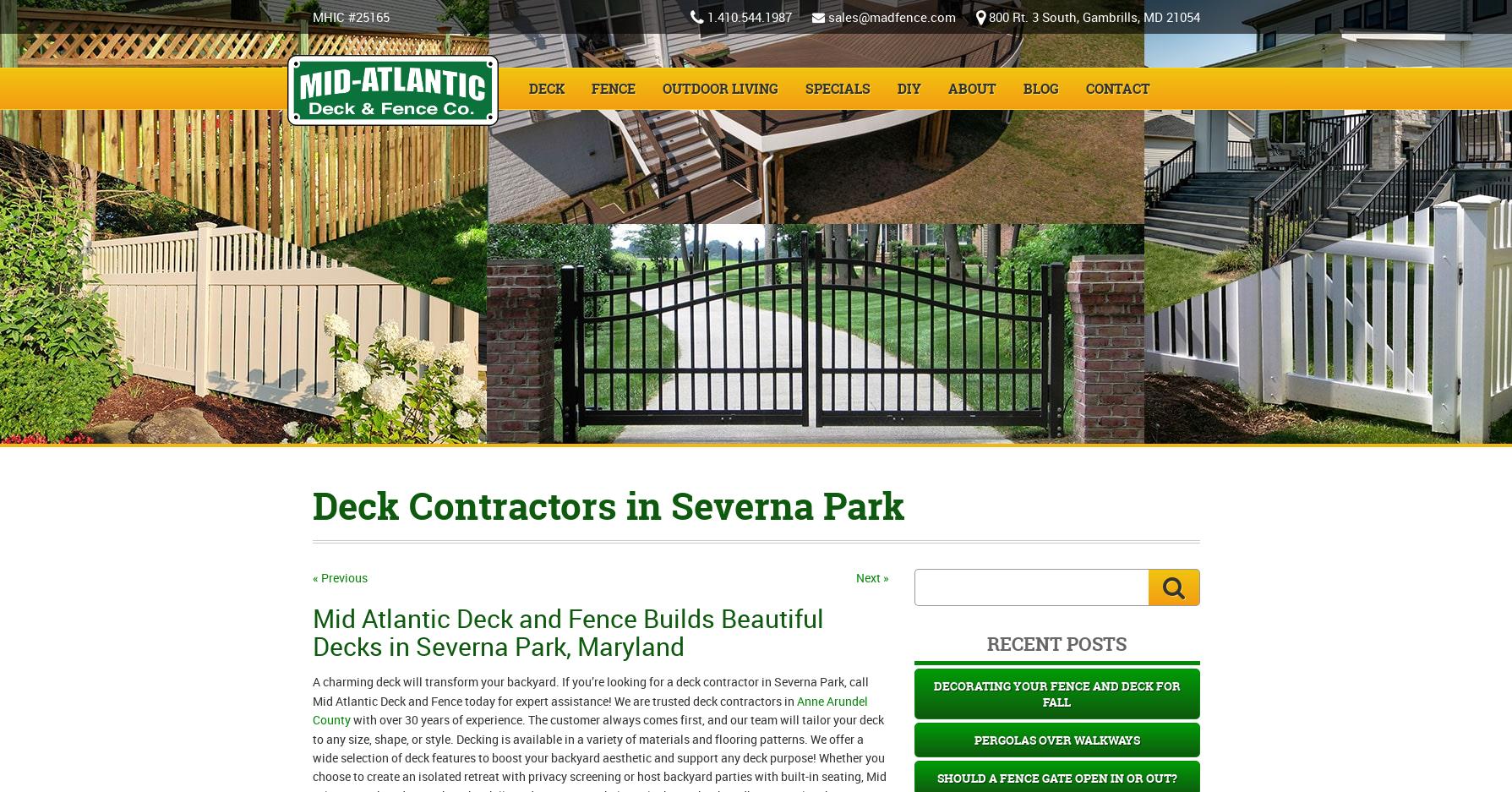  I want to click on 'About', so click(970, 88).